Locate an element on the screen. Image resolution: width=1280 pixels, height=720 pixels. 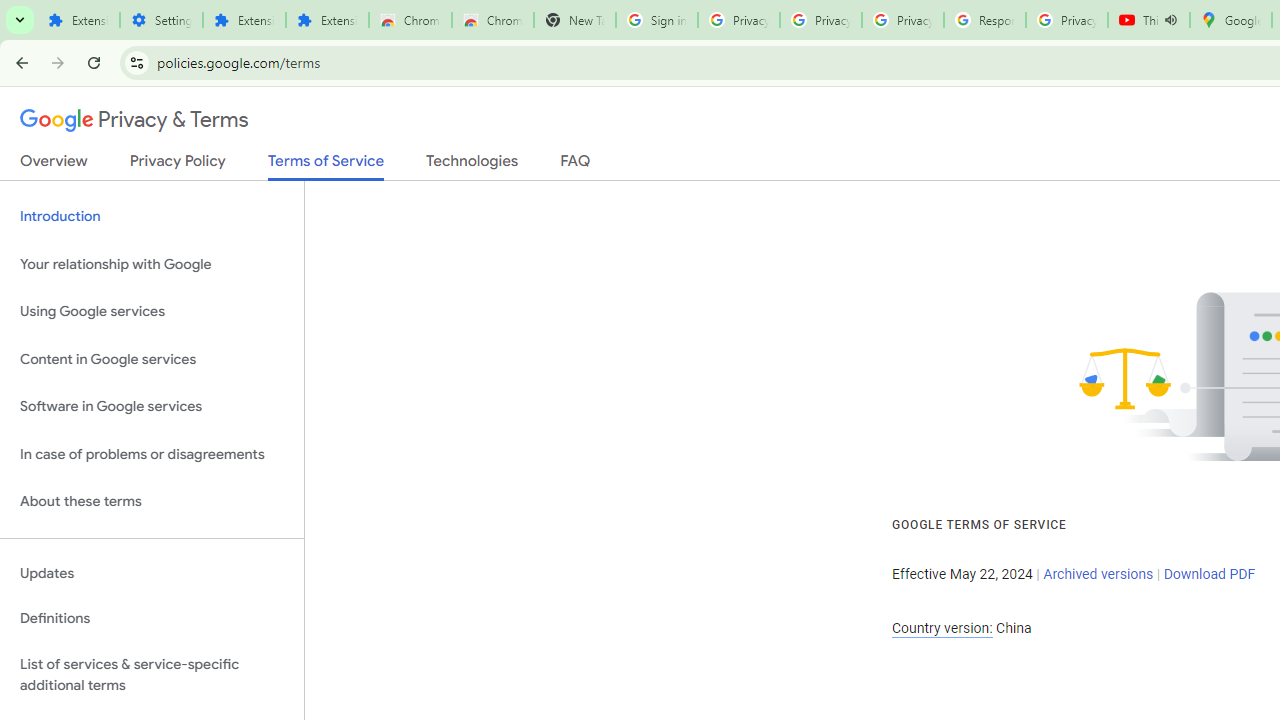
'Using Google services' is located at coordinates (151, 312).